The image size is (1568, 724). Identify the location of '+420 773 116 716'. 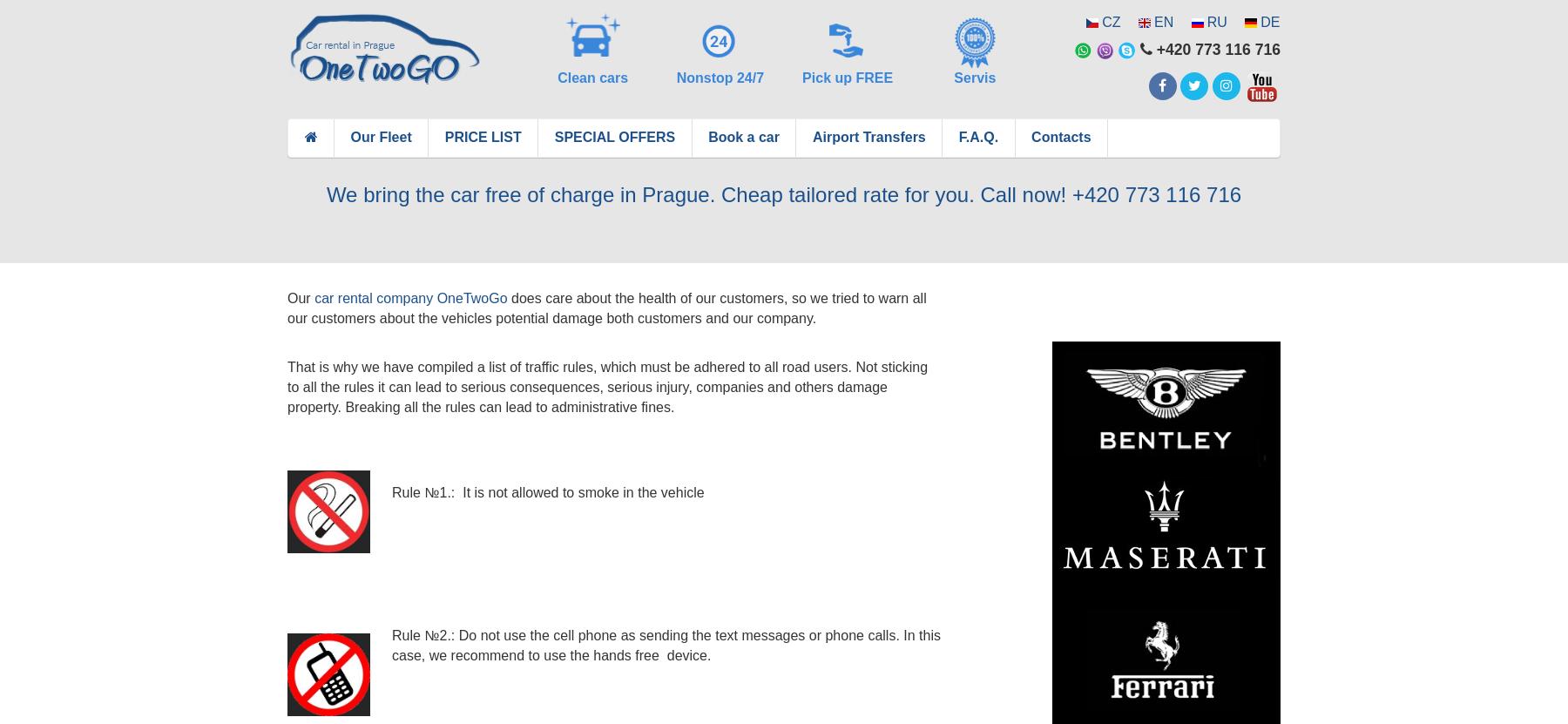
(1215, 49).